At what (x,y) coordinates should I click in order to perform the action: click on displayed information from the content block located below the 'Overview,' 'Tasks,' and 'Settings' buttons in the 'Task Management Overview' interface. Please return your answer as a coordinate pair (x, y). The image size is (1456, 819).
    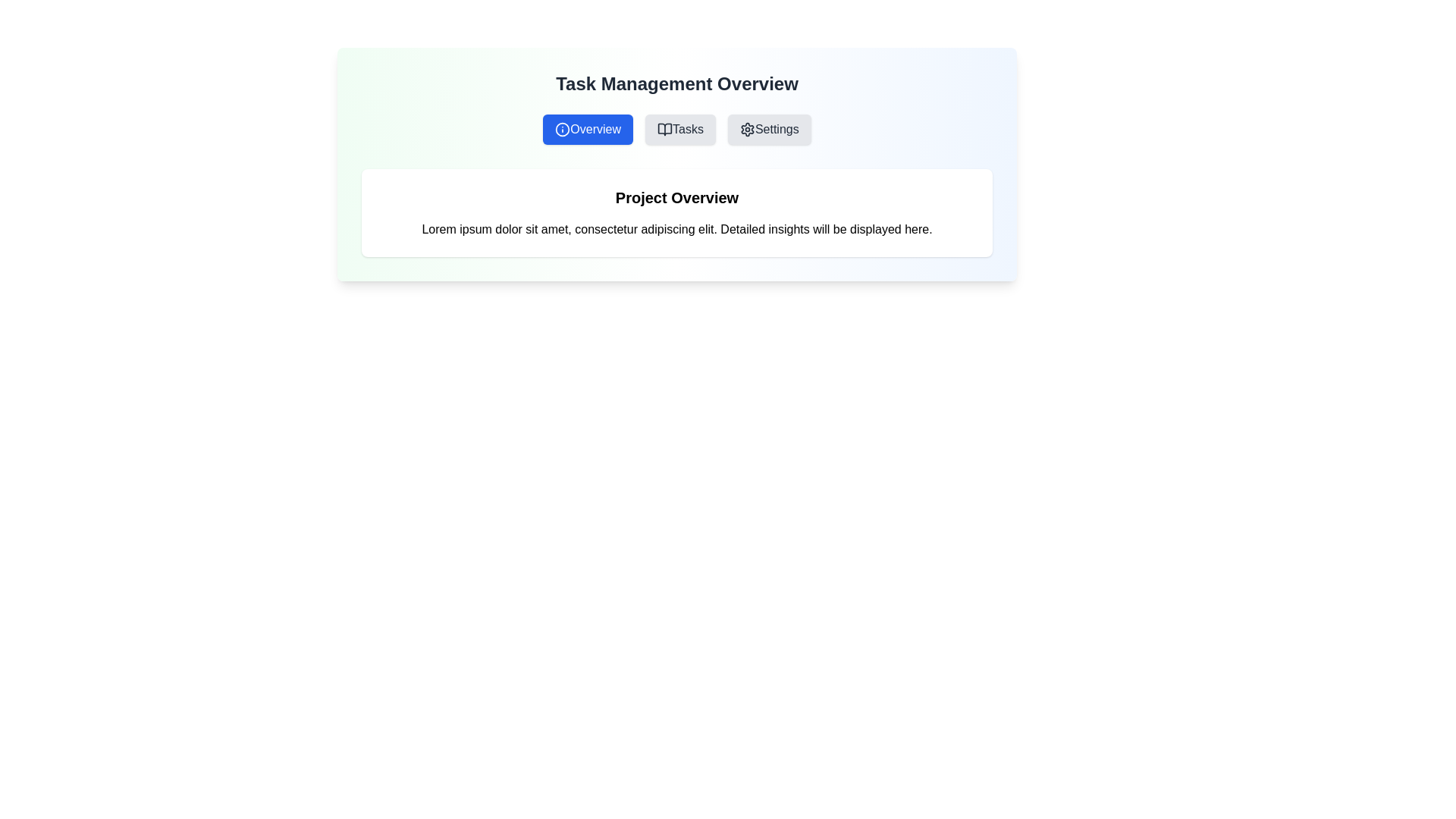
    Looking at the image, I should click on (676, 213).